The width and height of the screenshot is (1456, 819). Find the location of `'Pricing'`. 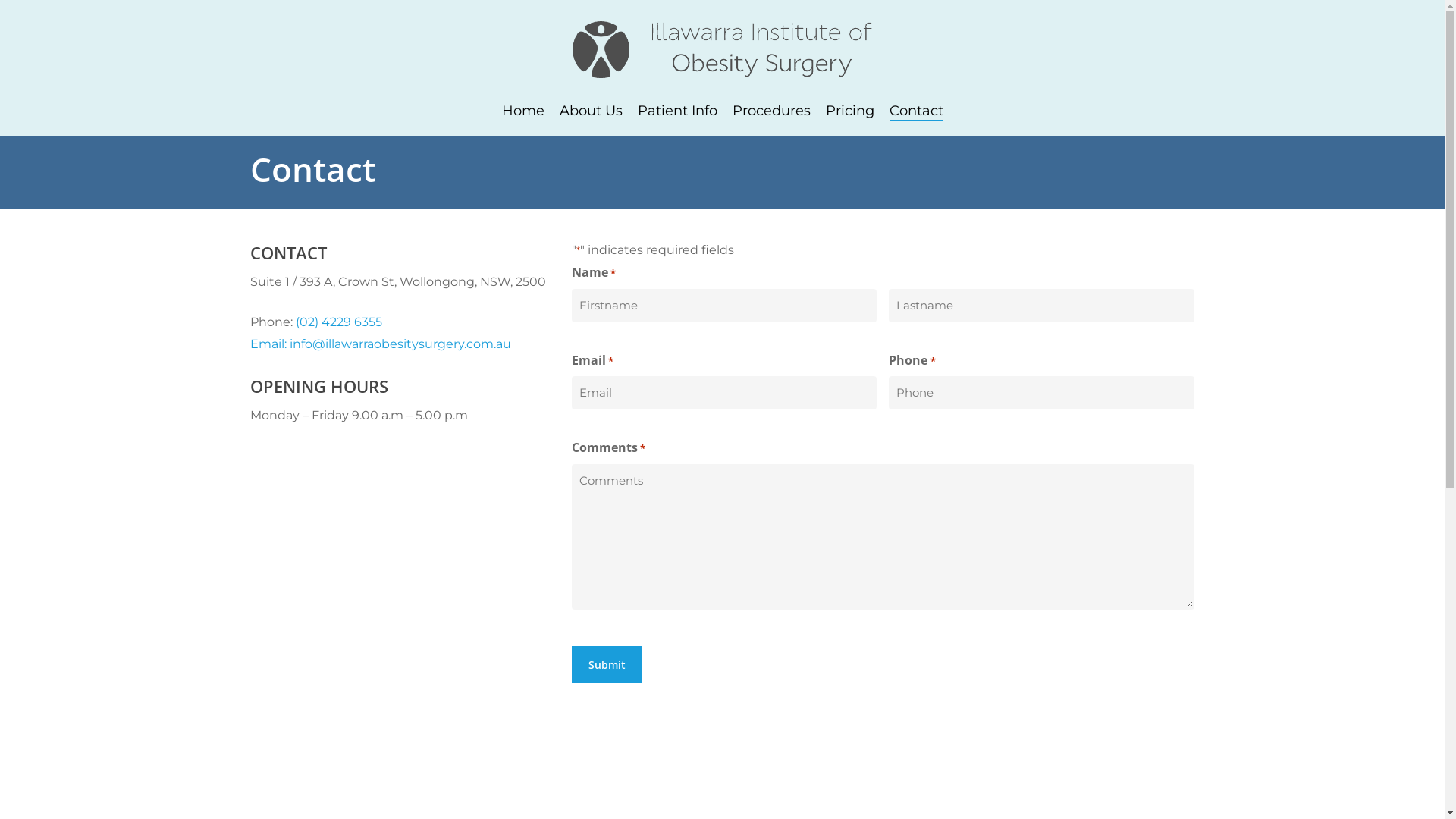

'Pricing' is located at coordinates (848, 110).